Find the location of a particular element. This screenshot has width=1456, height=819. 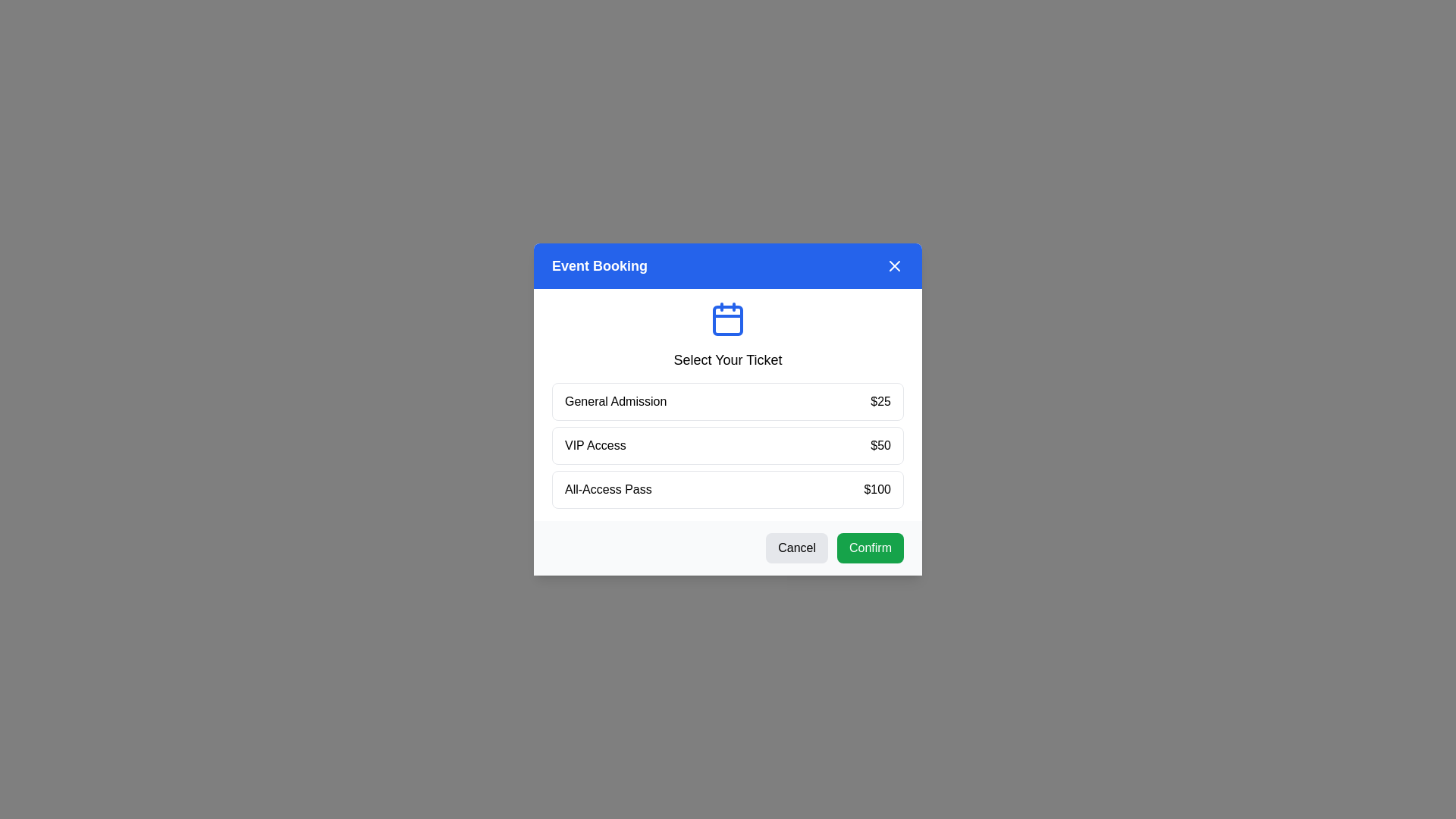

the 'VIP Access' button, which is the second item in a vertical list and features a light blue background on hover is located at coordinates (728, 444).